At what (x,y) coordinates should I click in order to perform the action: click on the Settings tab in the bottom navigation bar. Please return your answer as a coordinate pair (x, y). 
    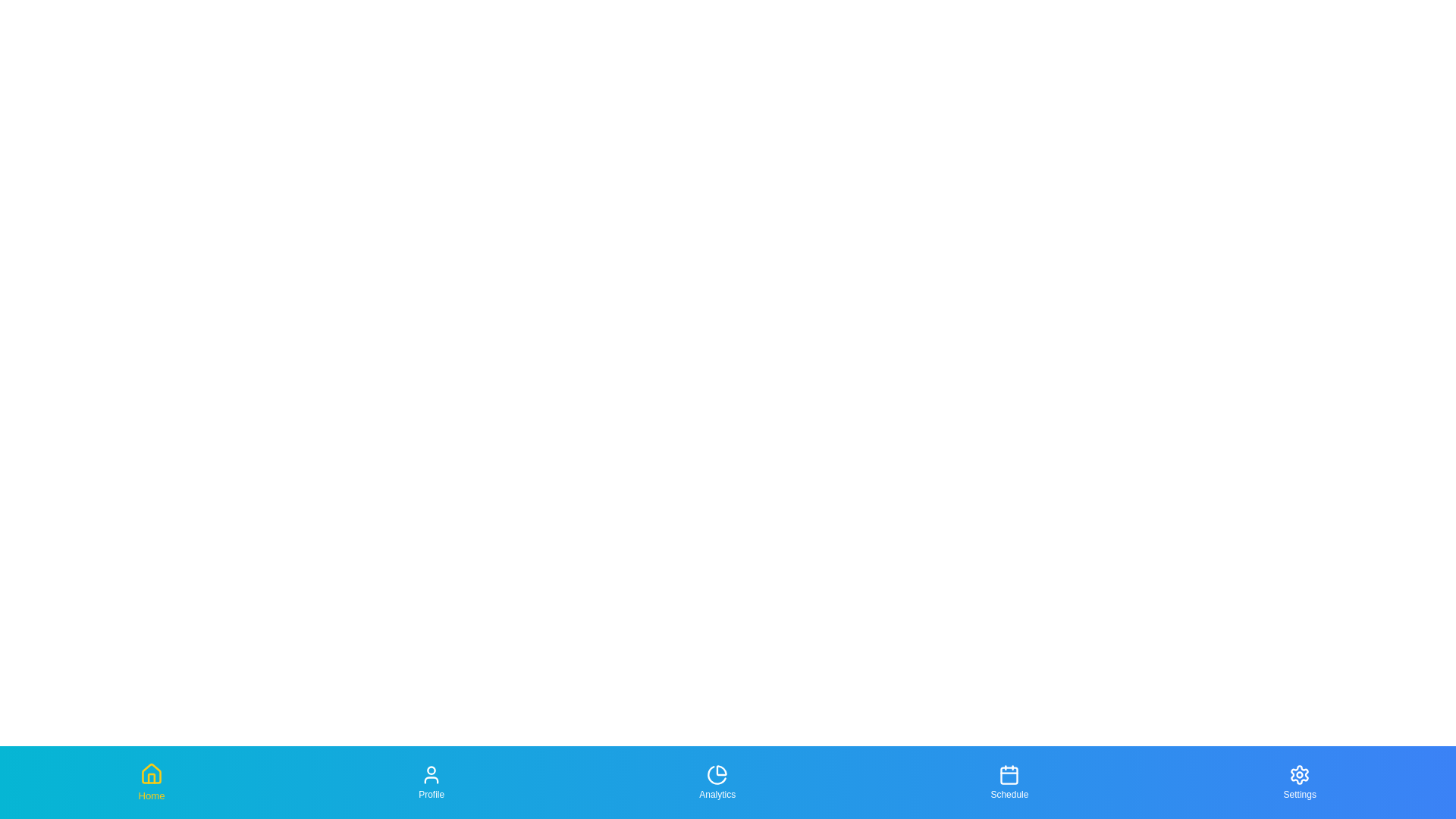
    Looking at the image, I should click on (1298, 783).